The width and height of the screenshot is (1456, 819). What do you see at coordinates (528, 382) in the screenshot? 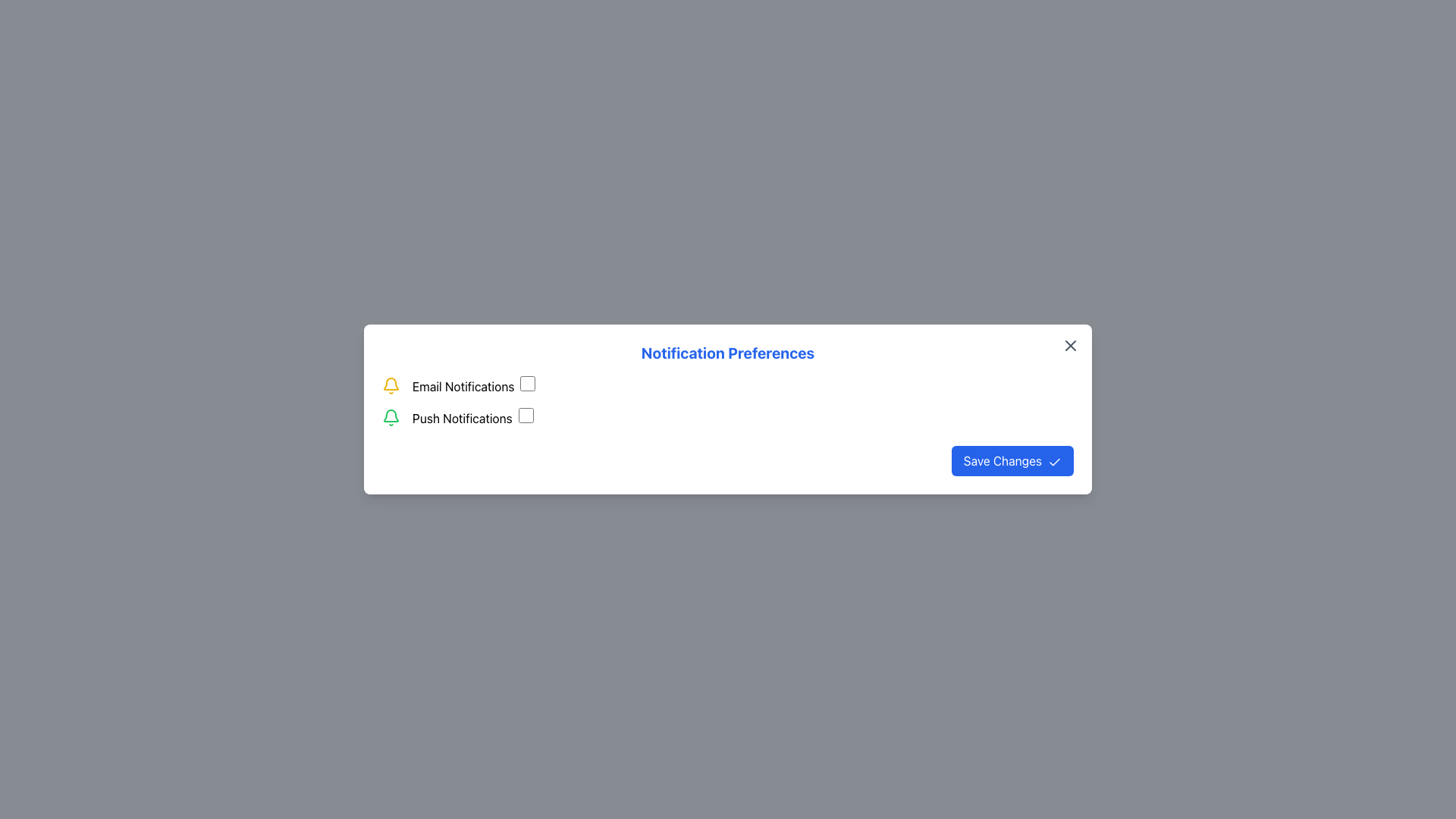
I see `the checkbox located to the right of the 'Email Notifications' text in the 'Notification Preferences' section` at bounding box center [528, 382].